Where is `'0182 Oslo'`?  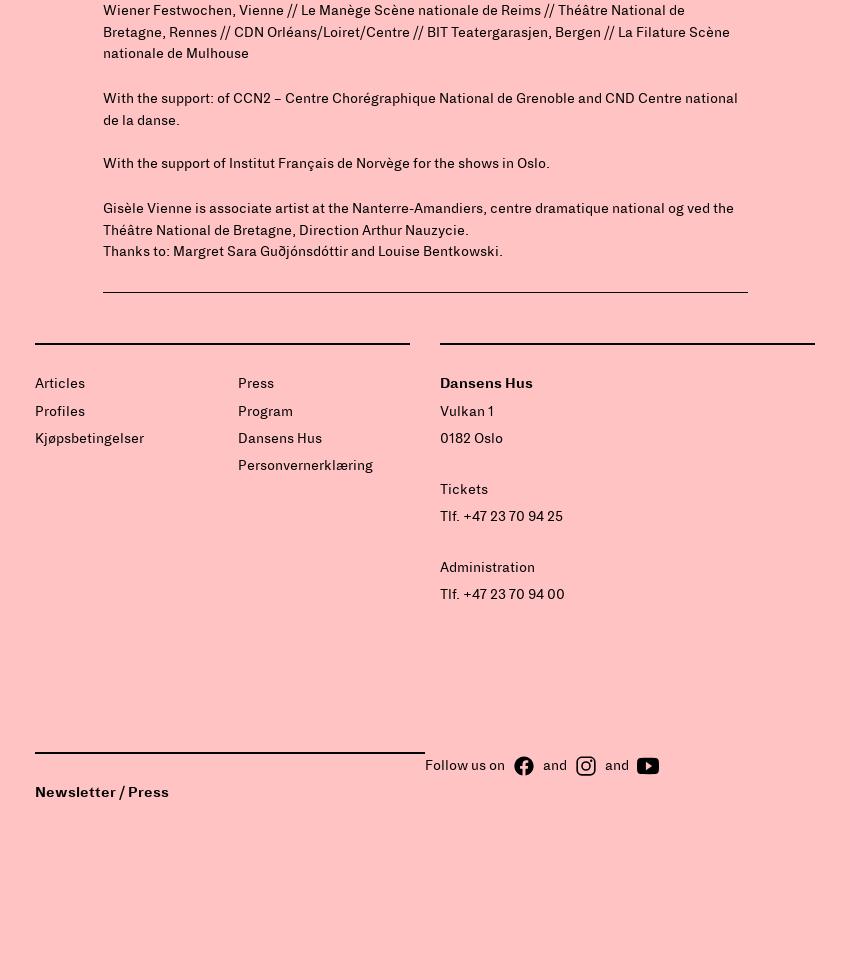
'0182 Oslo' is located at coordinates (471, 437).